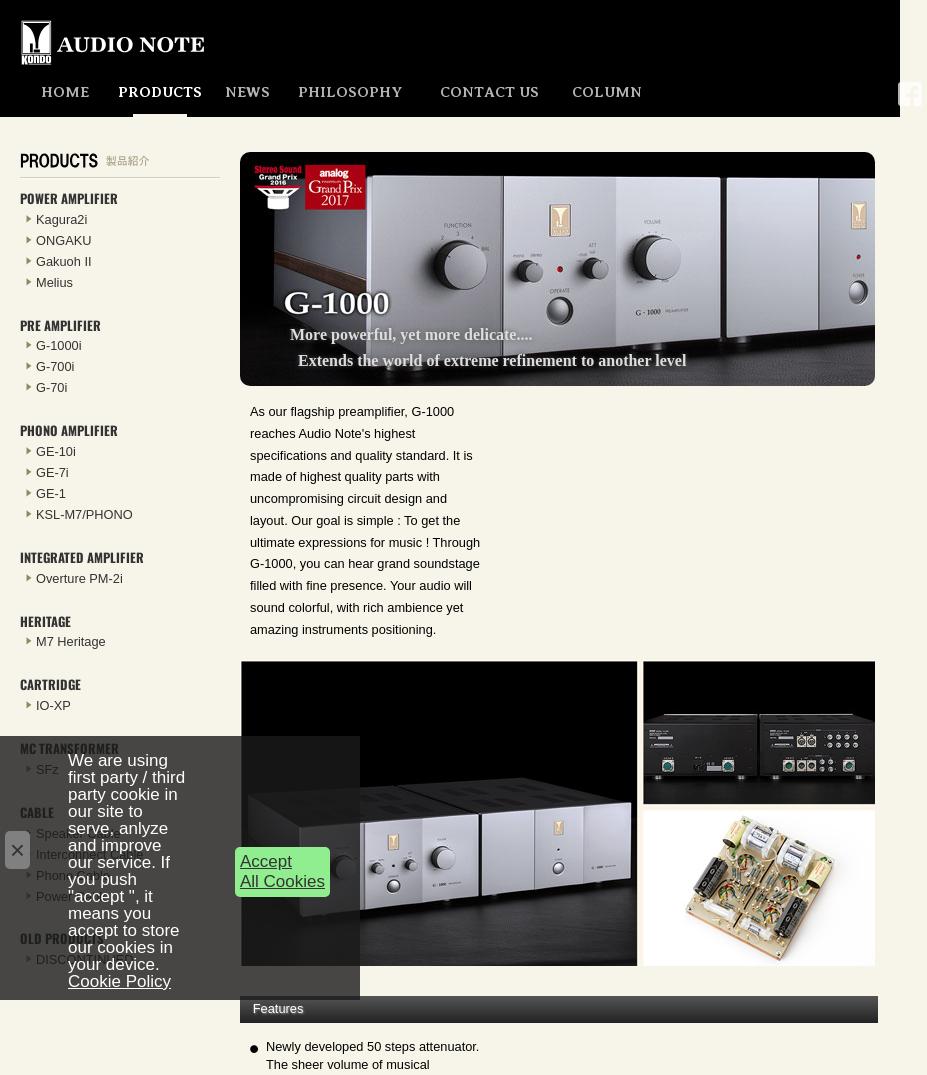 The width and height of the screenshot is (927, 1075). I want to click on 'As our flagship preamplifier, G-1000 reaches Audio Note's highest specifications and quality standard.
					It is made of highest quality parts with uncompromising circuit design and layout.
					Our goal is simple : To get the ultimate expressions for music !
					Through G-1000, you can hear grand soundstage filled with fine presence.
					Your audio will sound colorful, with rich ambience yet amazing instruments positioning.', so click(250, 518).